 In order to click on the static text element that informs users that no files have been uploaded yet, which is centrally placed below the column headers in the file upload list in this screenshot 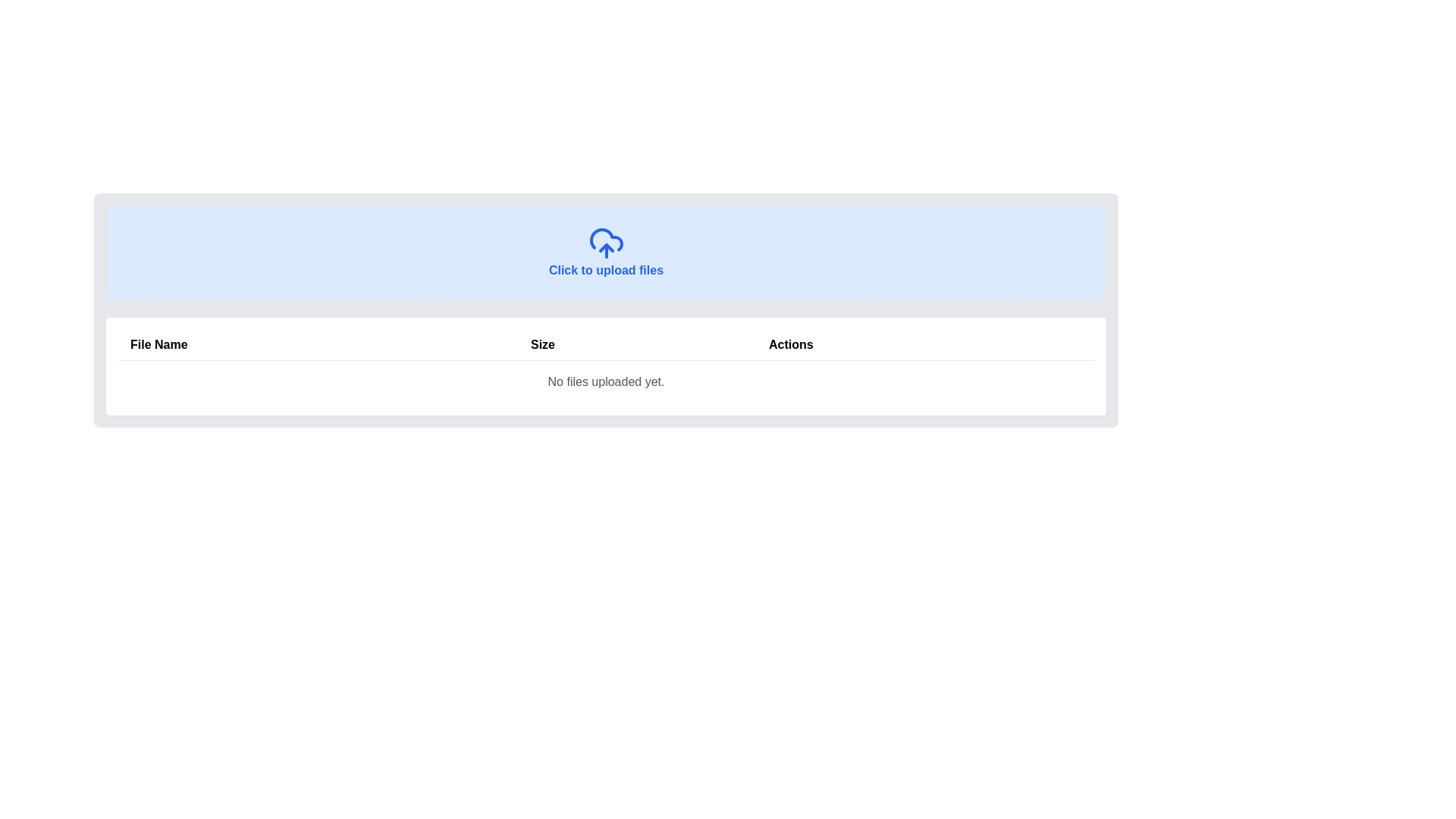, I will do `click(605, 381)`.